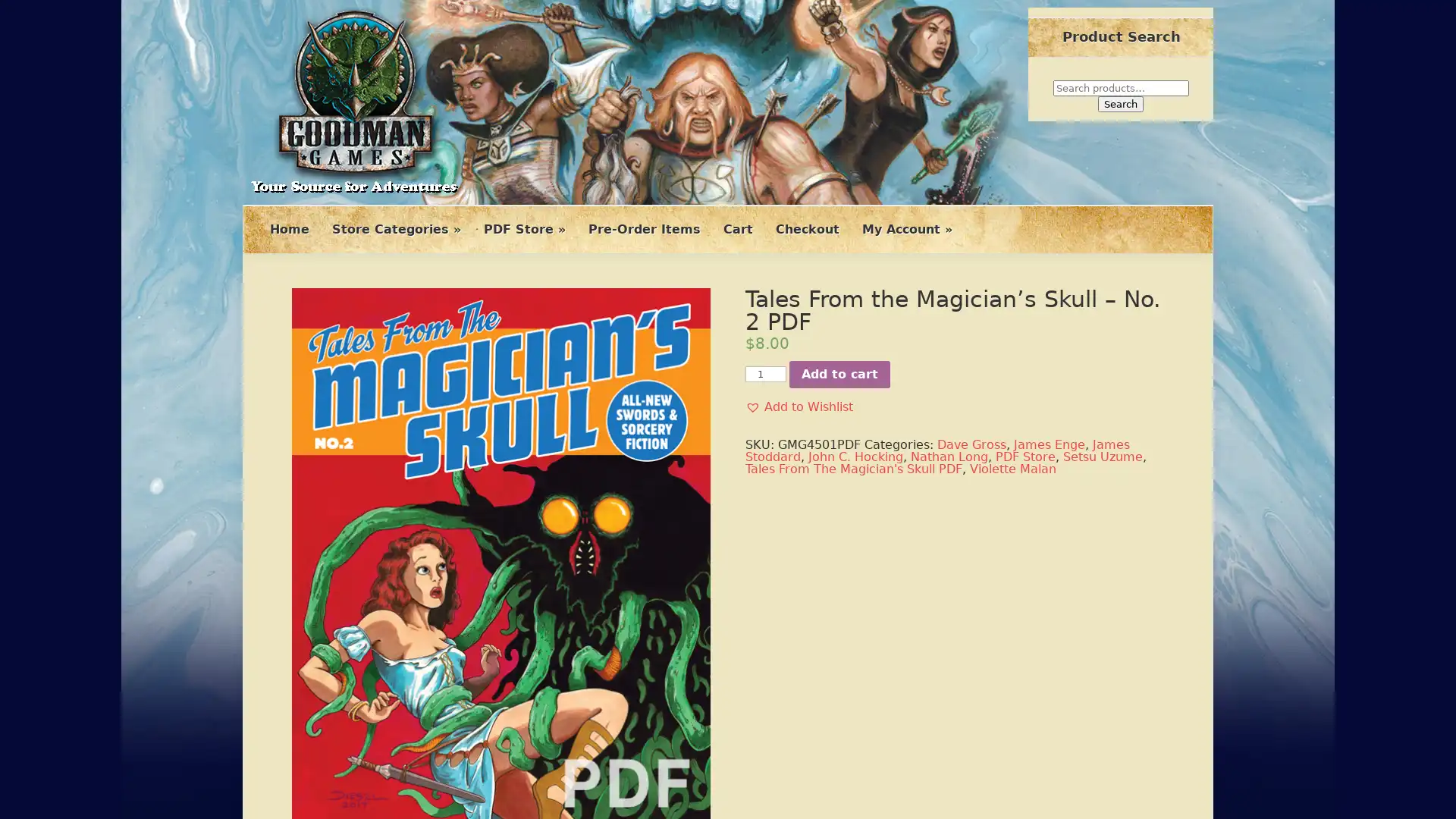 This screenshot has width=1456, height=819. Describe the element at coordinates (839, 374) in the screenshot. I see `Add to cart` at that location.